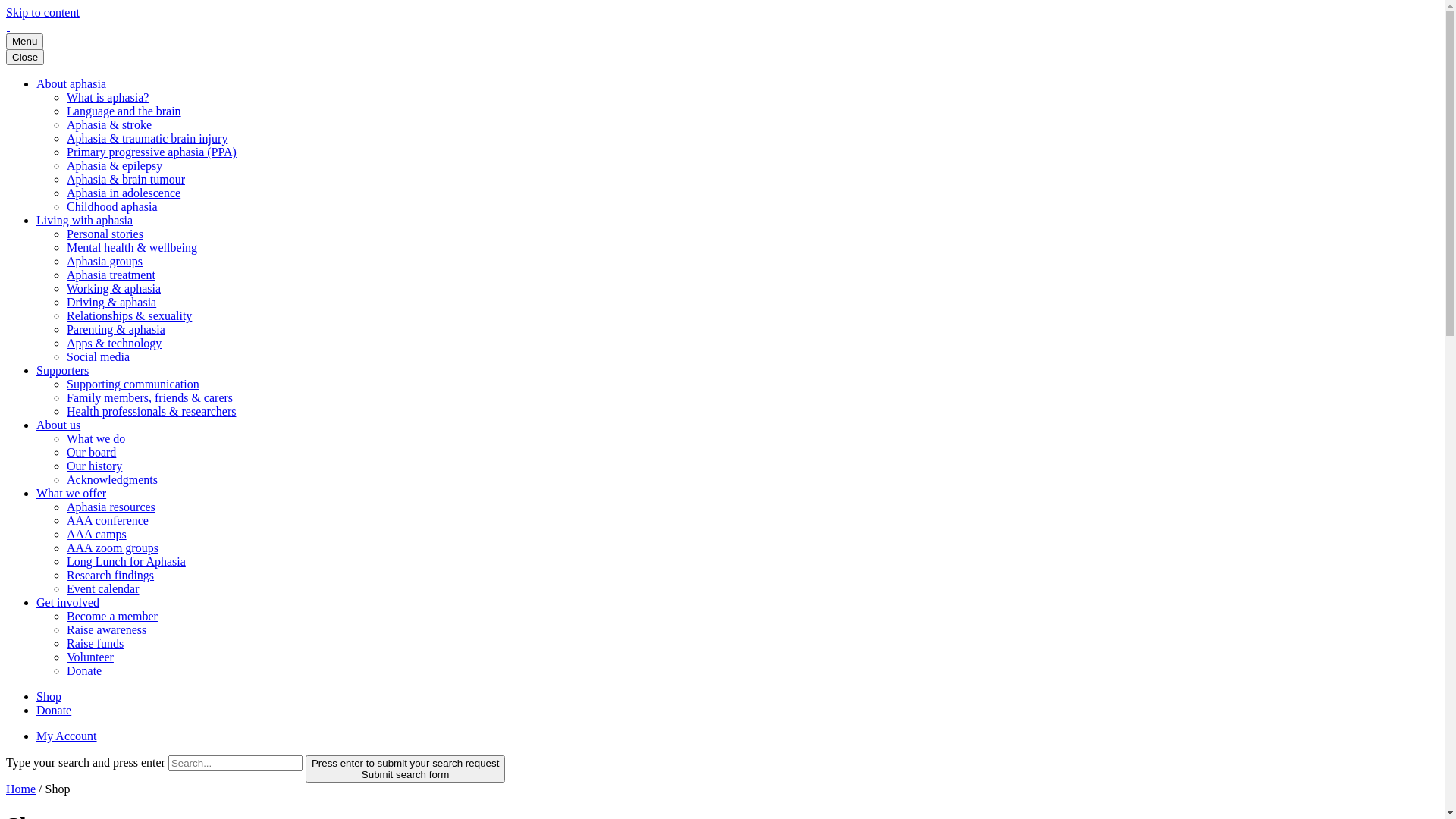  I want to click on 'Aphasia & epilepsy', so click(65, 165).